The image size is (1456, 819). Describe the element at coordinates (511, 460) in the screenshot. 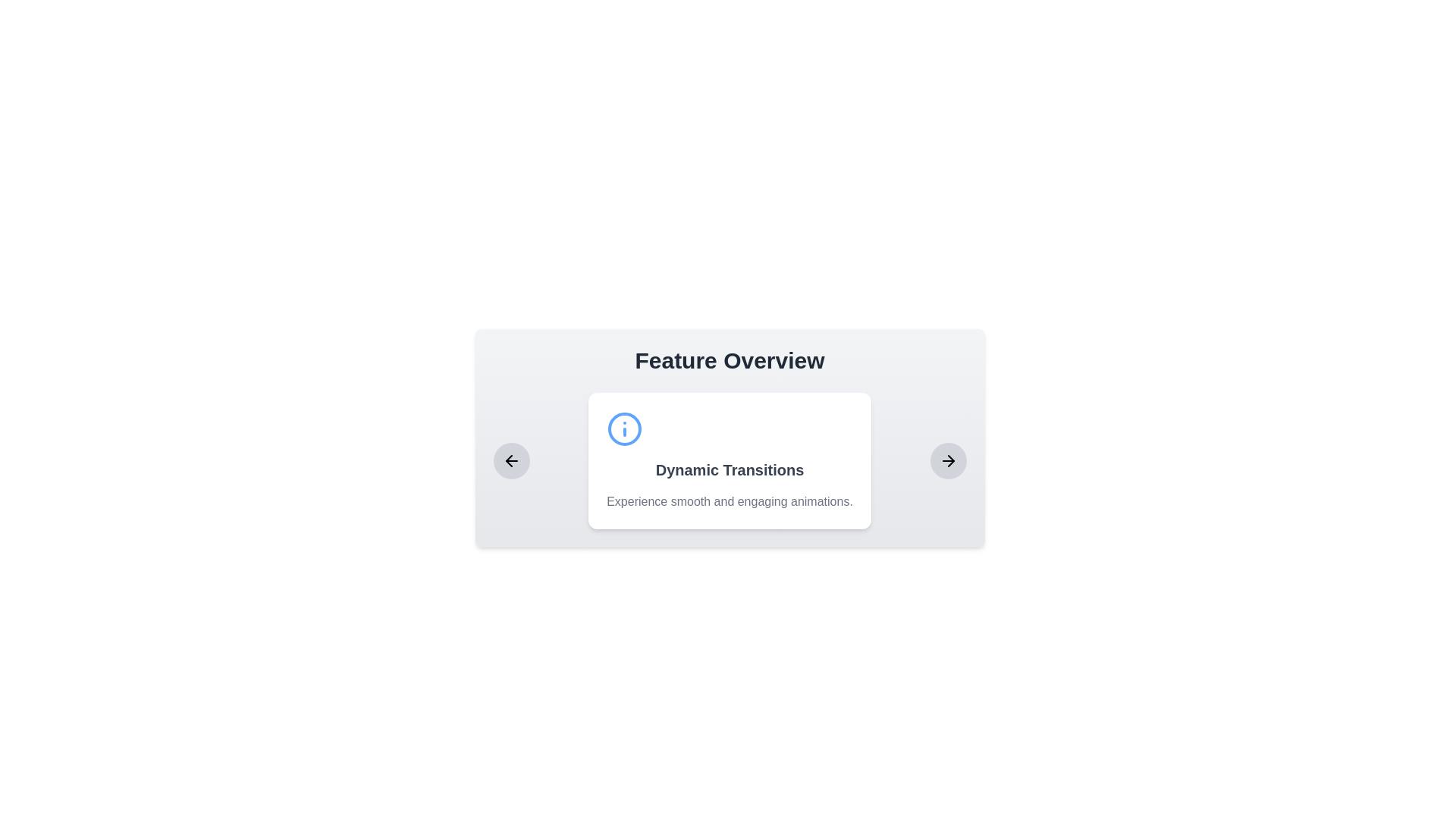

I see `the leftward arrow button with a light gray background and embedded SVG icon, which is positioned on the far left of the navigation panel` at that location.